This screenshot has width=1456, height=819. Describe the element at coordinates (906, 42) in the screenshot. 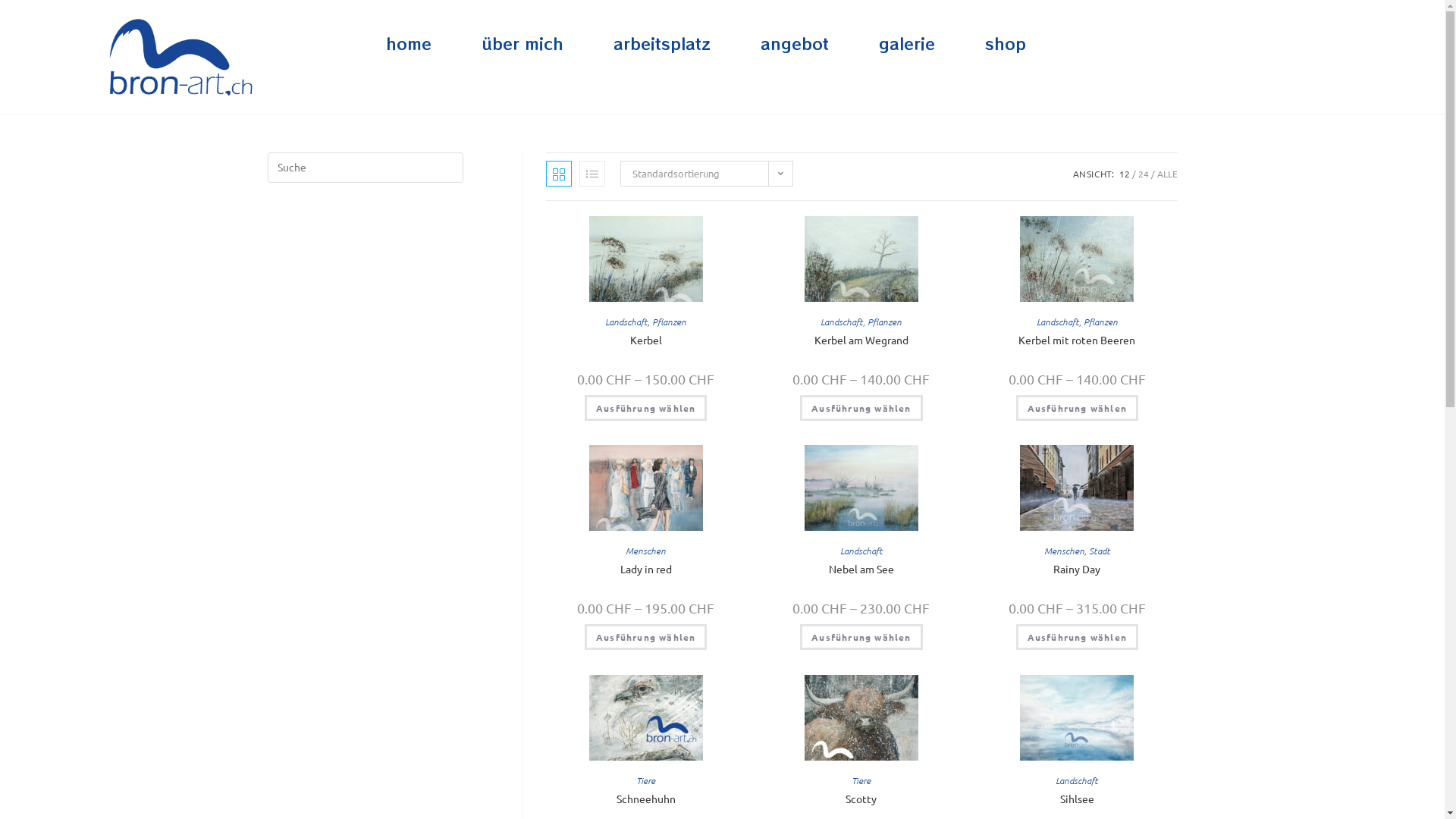

I see `'galerie'` at that location.